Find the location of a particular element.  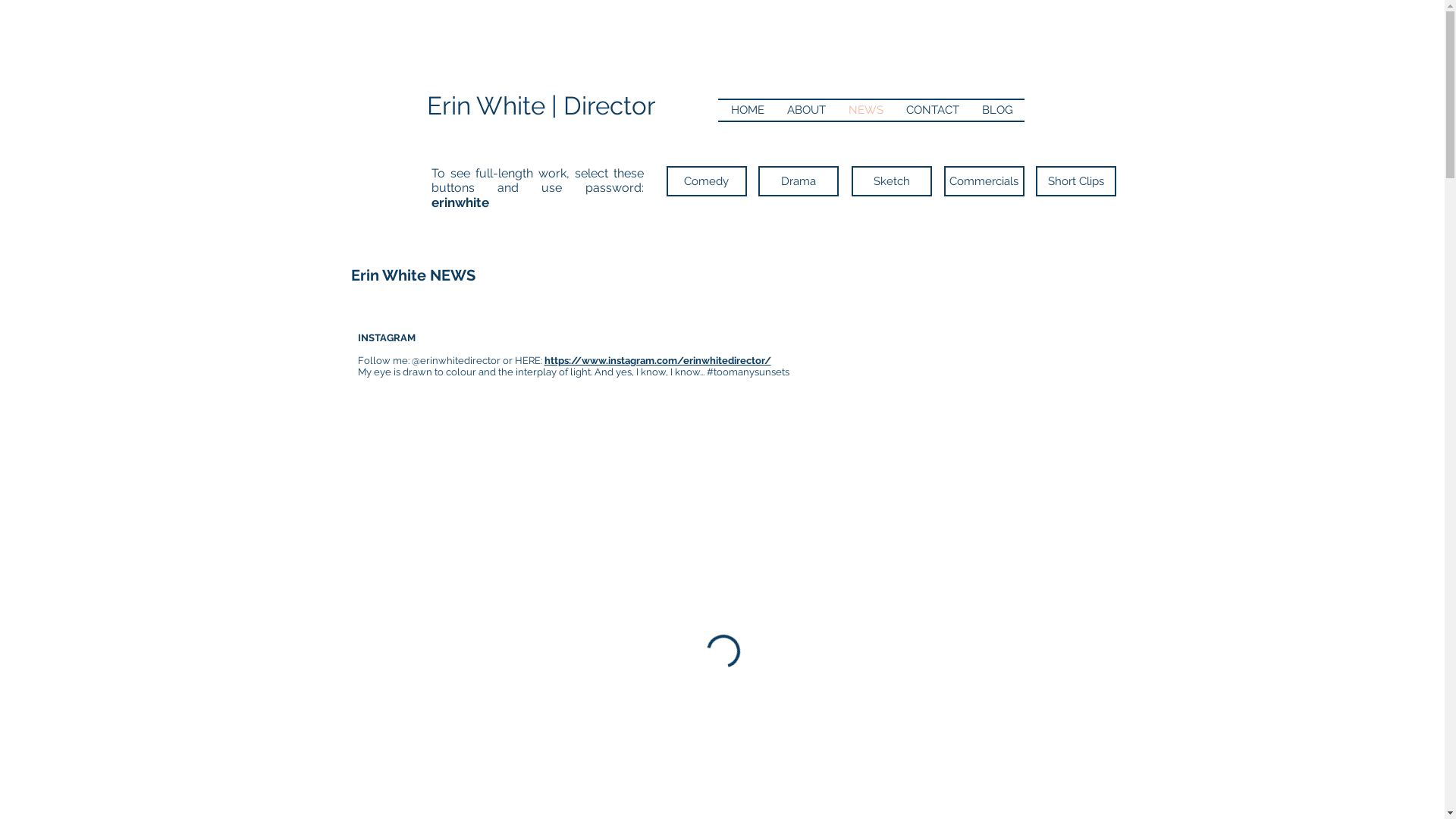

'NEWS' is located at coordinates (866, 109).